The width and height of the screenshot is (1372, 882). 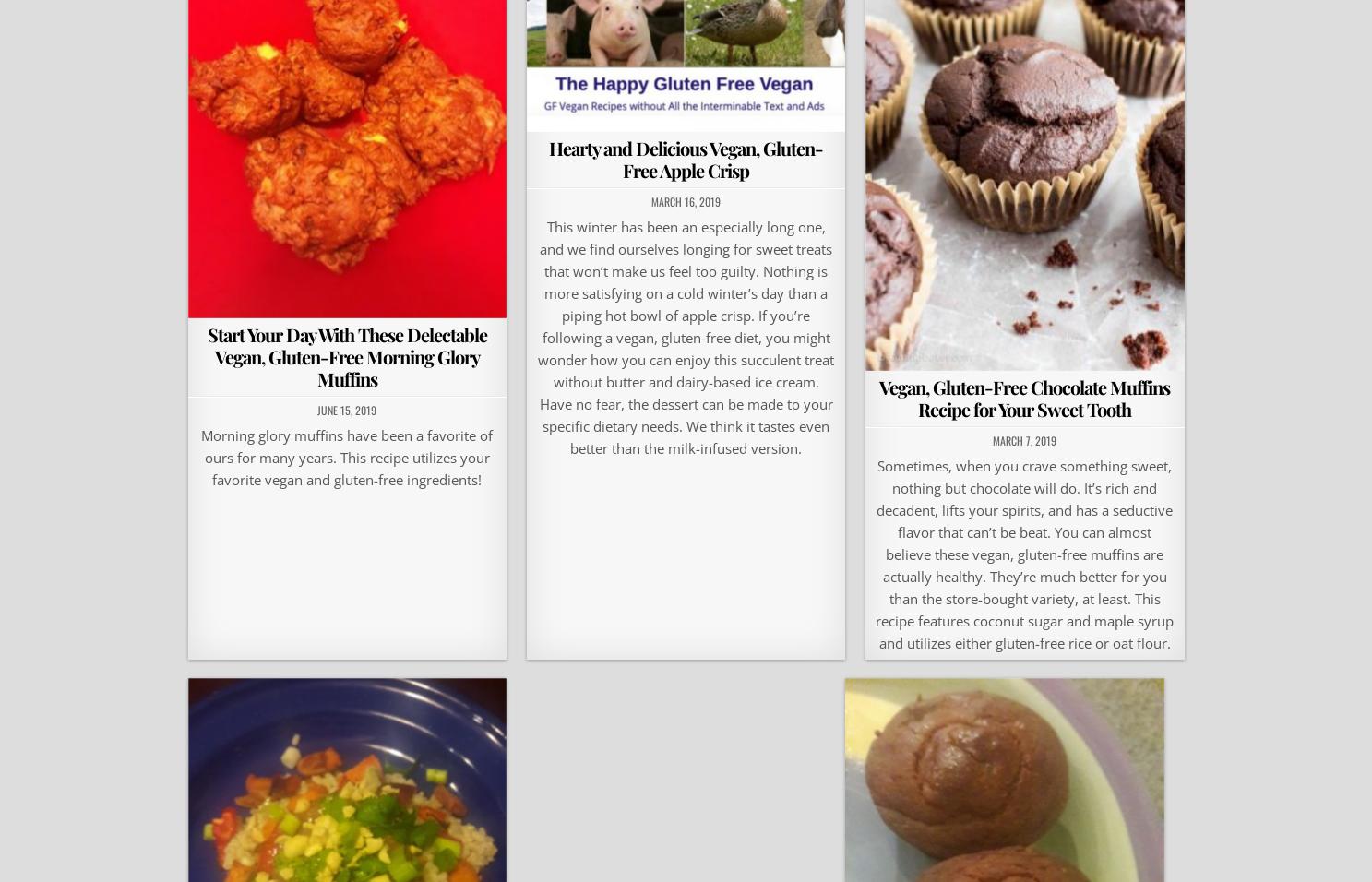 I want to click on 'June 15, 2019', so click(x=347, y=409).